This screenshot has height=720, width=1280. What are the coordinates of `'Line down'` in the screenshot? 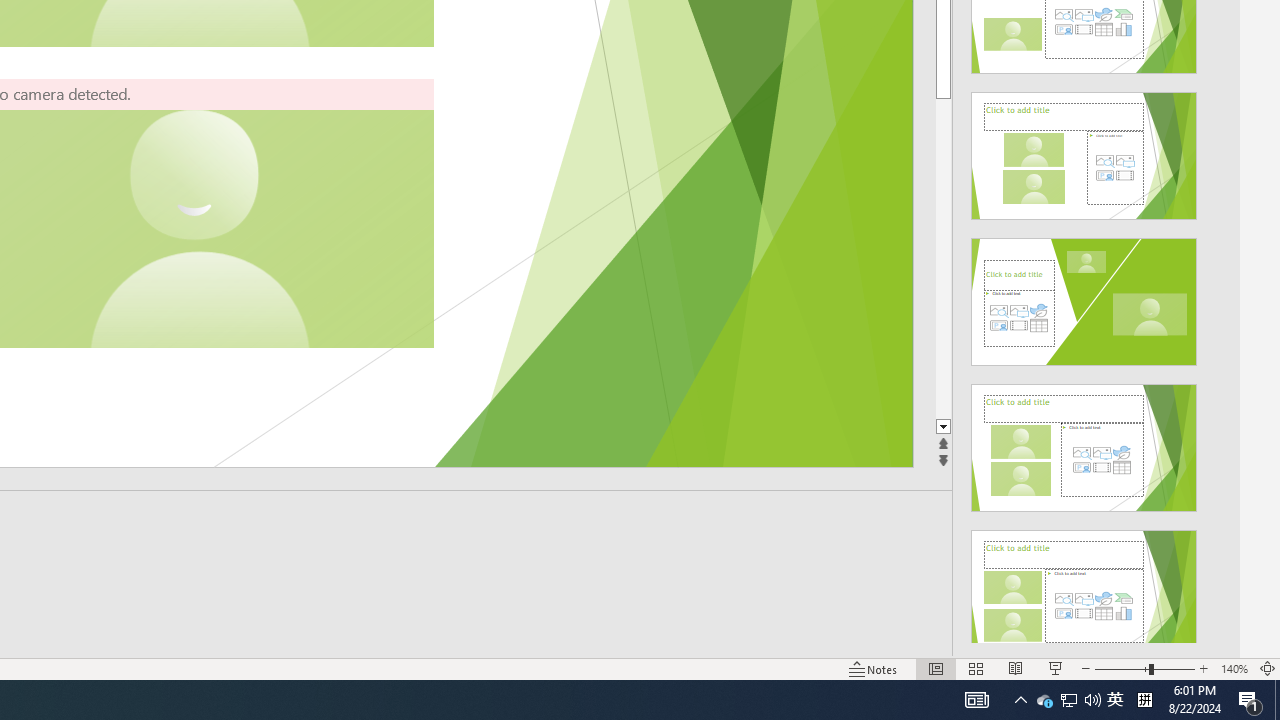 It's located at (942, 426).